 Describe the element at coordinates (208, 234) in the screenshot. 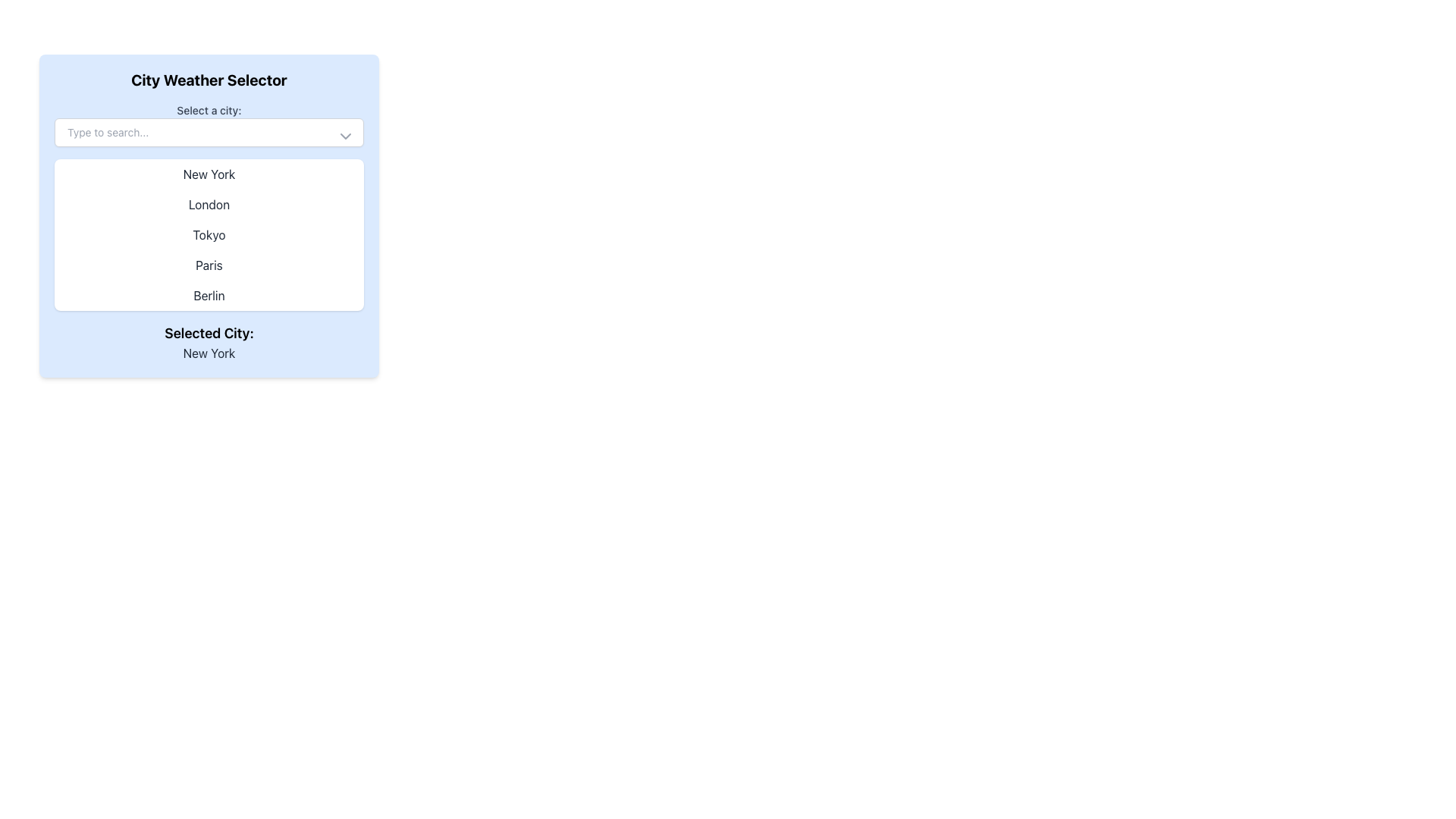

I see `the selectable option 'Tokyo' in the city selector menu` at that location.